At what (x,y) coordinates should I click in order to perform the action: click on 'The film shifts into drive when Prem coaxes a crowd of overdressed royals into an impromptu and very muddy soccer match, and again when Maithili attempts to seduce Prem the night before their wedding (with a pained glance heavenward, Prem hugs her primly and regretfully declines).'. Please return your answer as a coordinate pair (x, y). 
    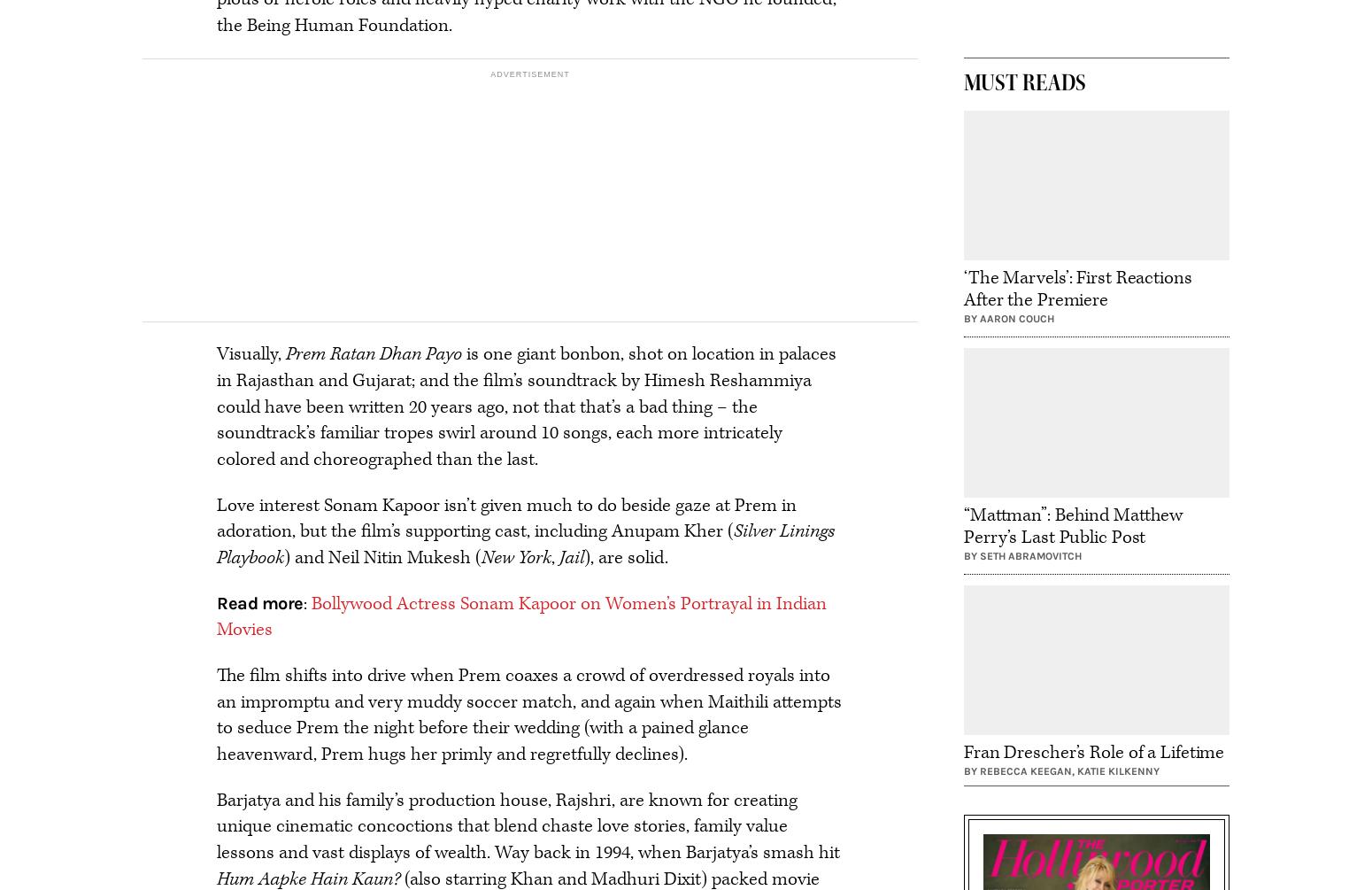
    Looking at the image, I should click on (217, 715).